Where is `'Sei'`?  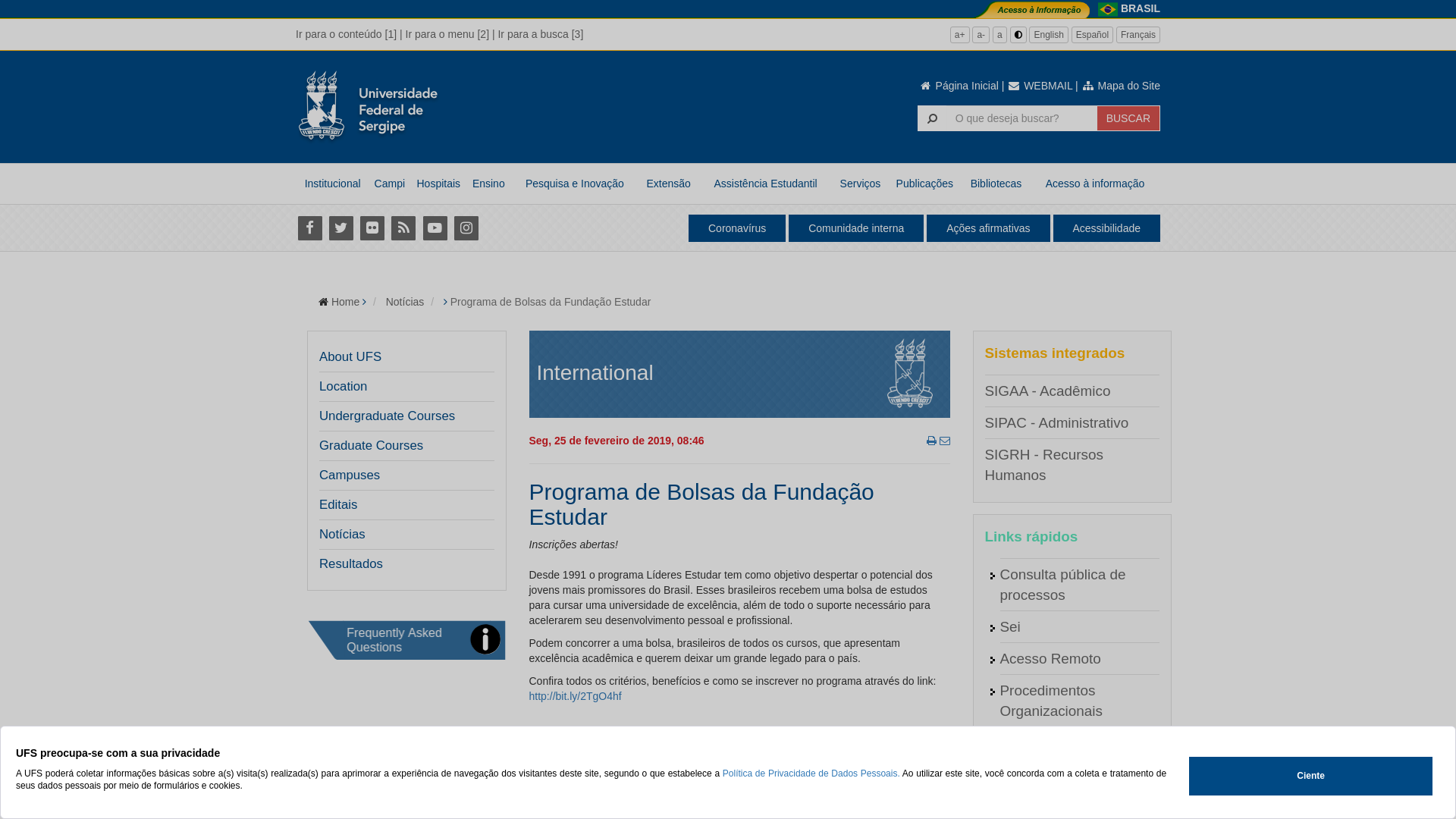
'Sei' is located at coordinates (1009, 626).